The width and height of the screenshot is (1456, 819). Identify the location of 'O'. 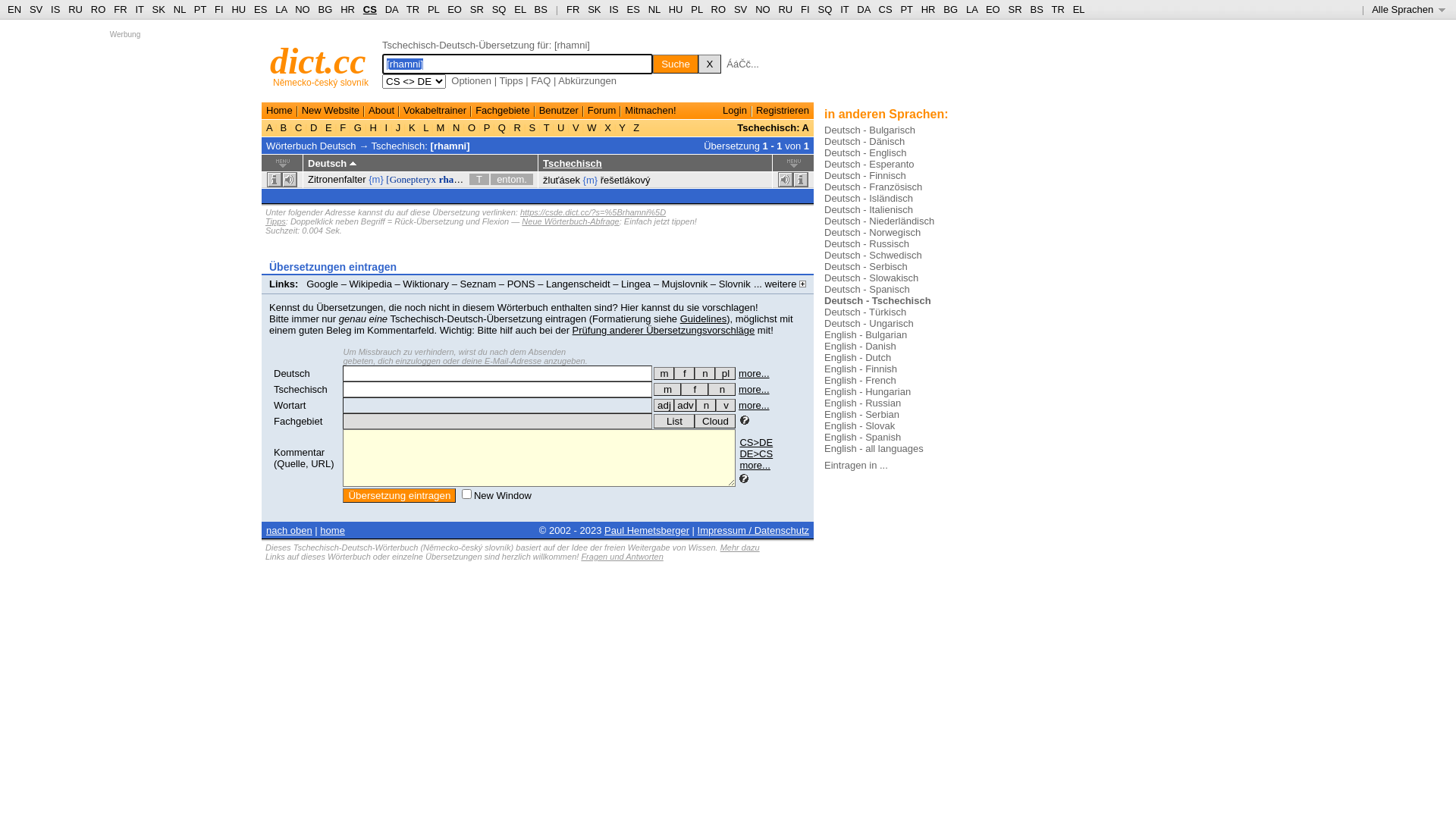
(470, 127).